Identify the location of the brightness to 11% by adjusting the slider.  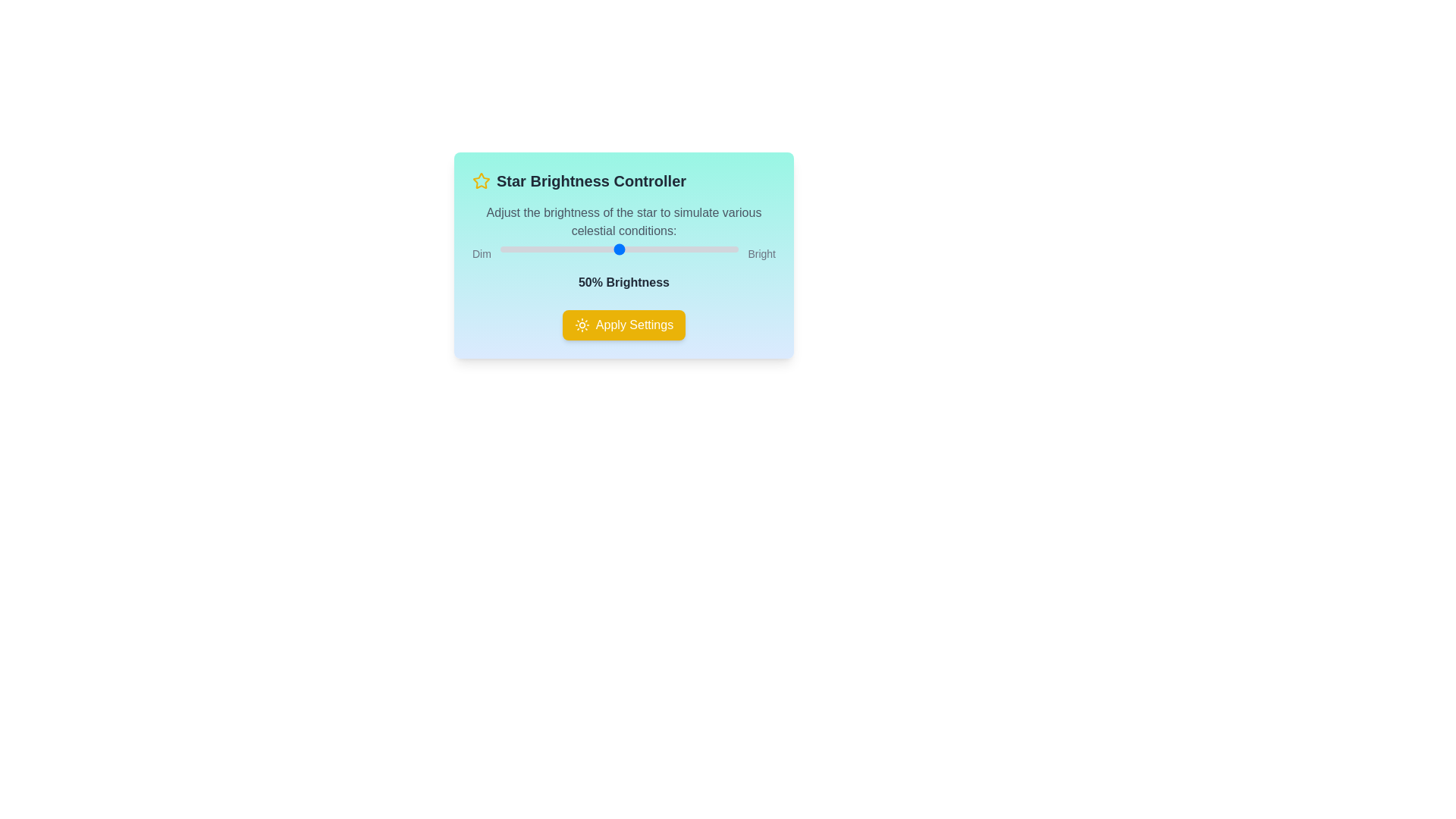
(526, 248).